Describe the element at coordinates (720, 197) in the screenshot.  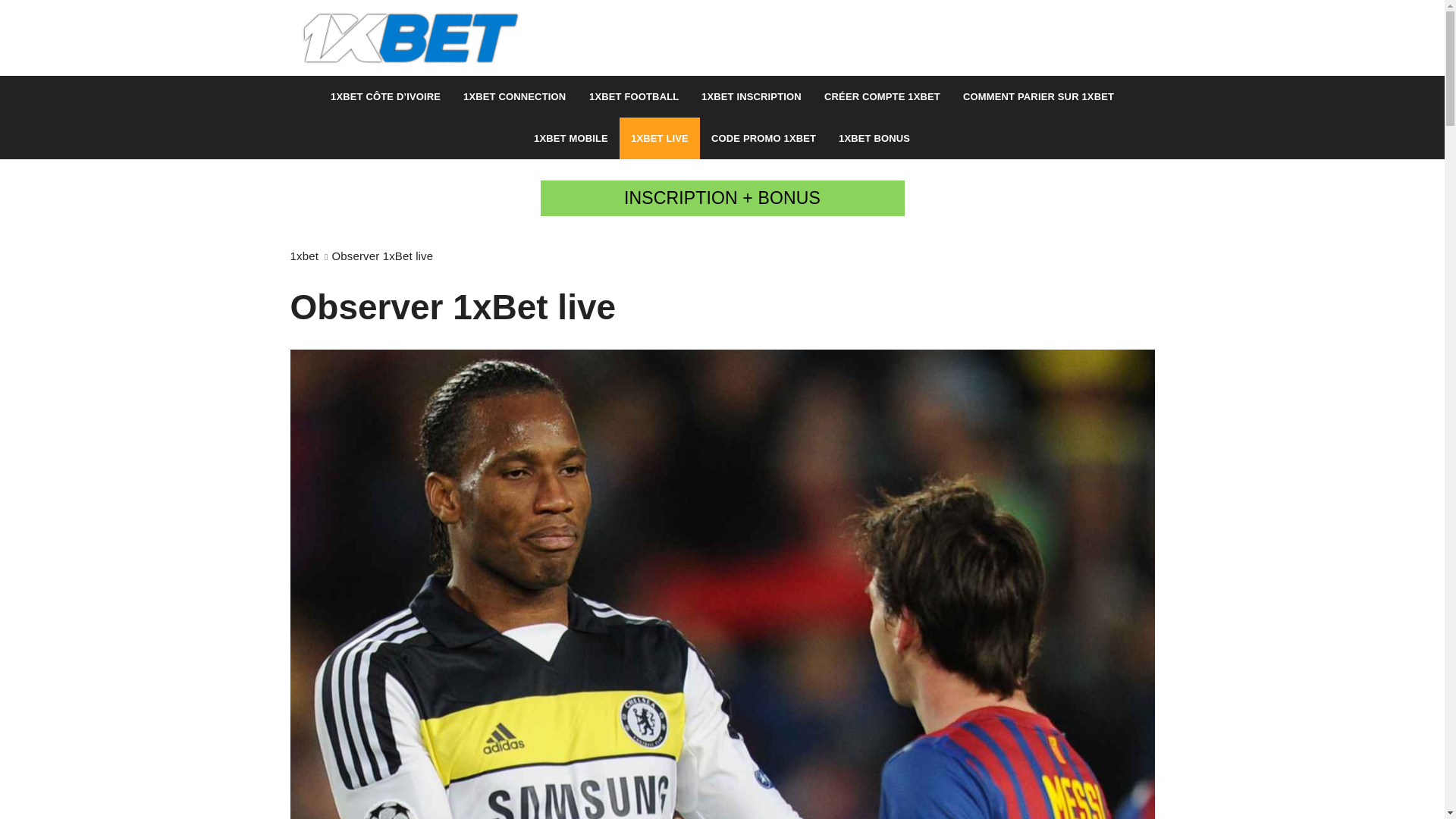
I see `'INSCRIPTION + BONUS'` at that location.